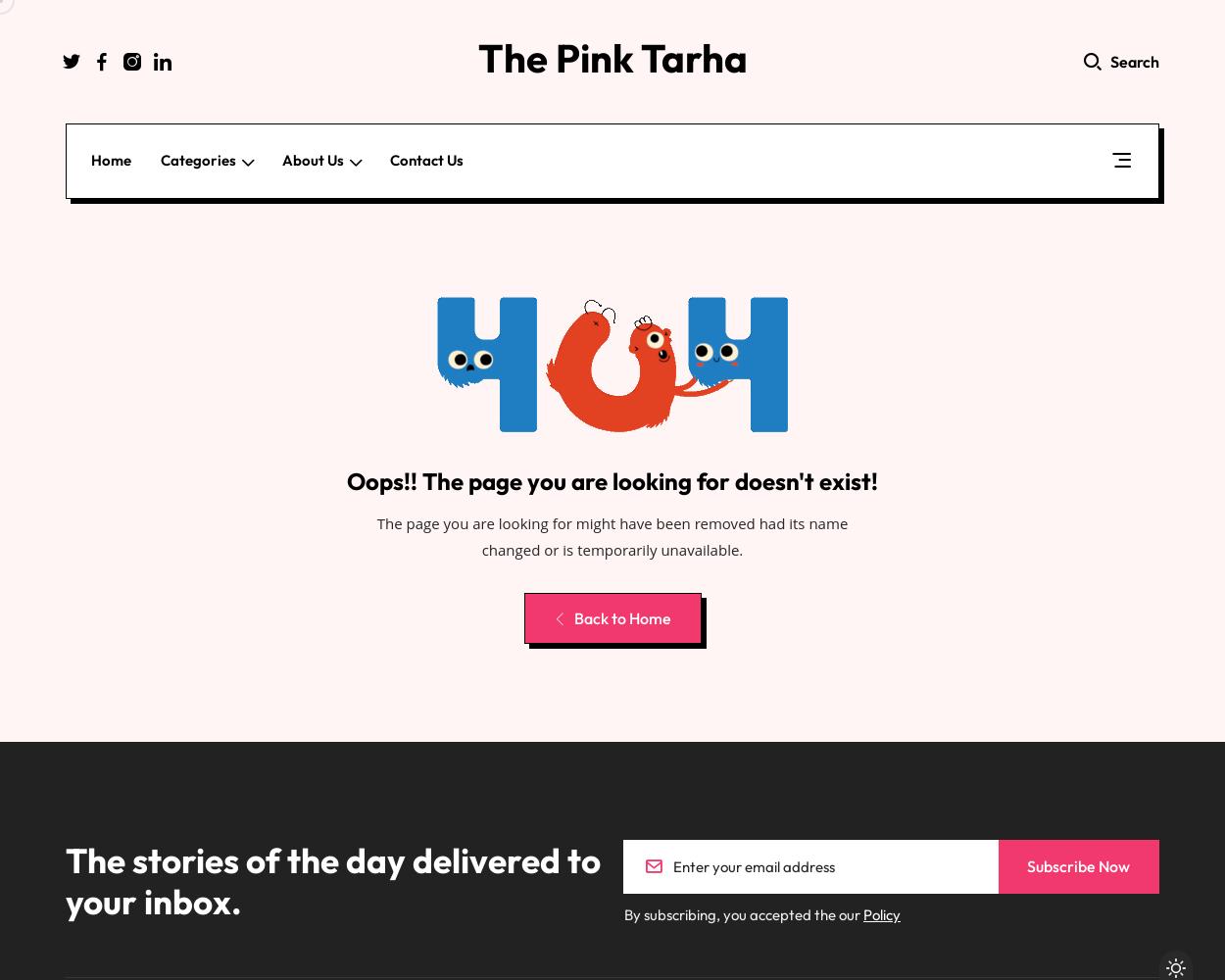 The width and height of the screenshot is (1225, 980). I want to click on 'Categories', so click(197, 160).